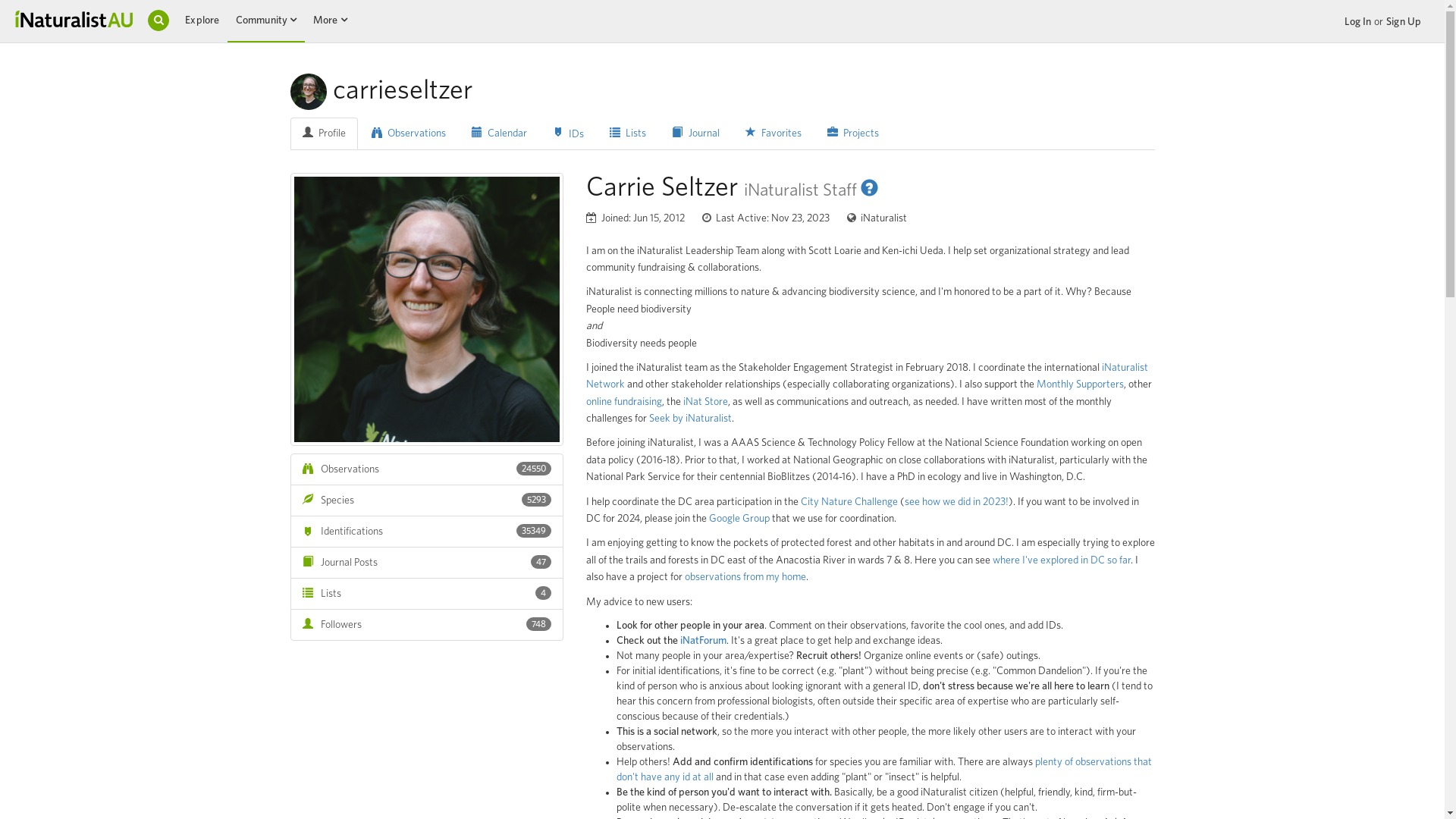 This screenshot has height=819, width=1456. Describe the element at coordinates (852, 133) in the screenshot. I see `'Projects'` at that location.